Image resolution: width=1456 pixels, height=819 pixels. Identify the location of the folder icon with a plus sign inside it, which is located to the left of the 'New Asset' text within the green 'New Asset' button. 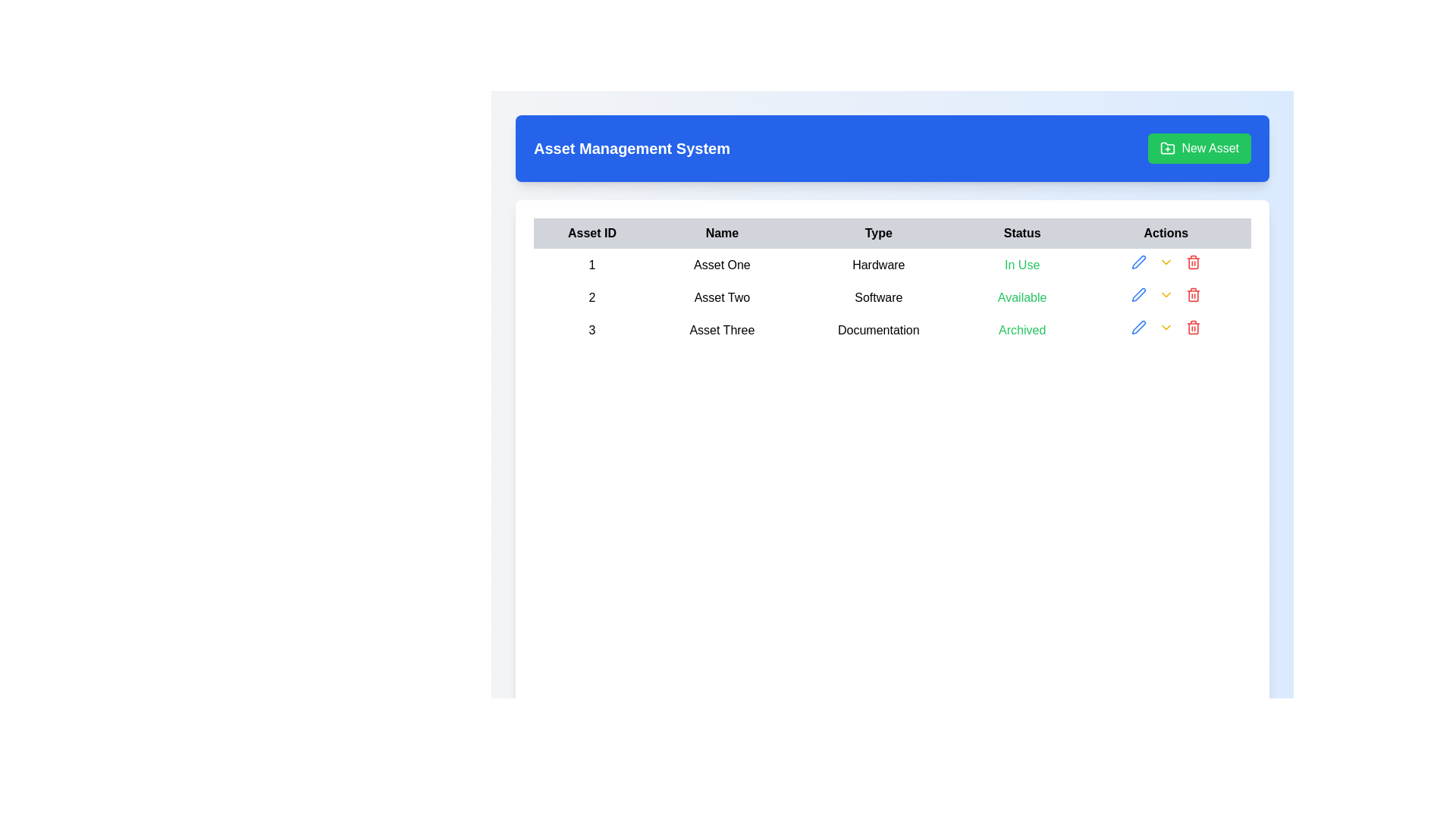
(1167, 149).